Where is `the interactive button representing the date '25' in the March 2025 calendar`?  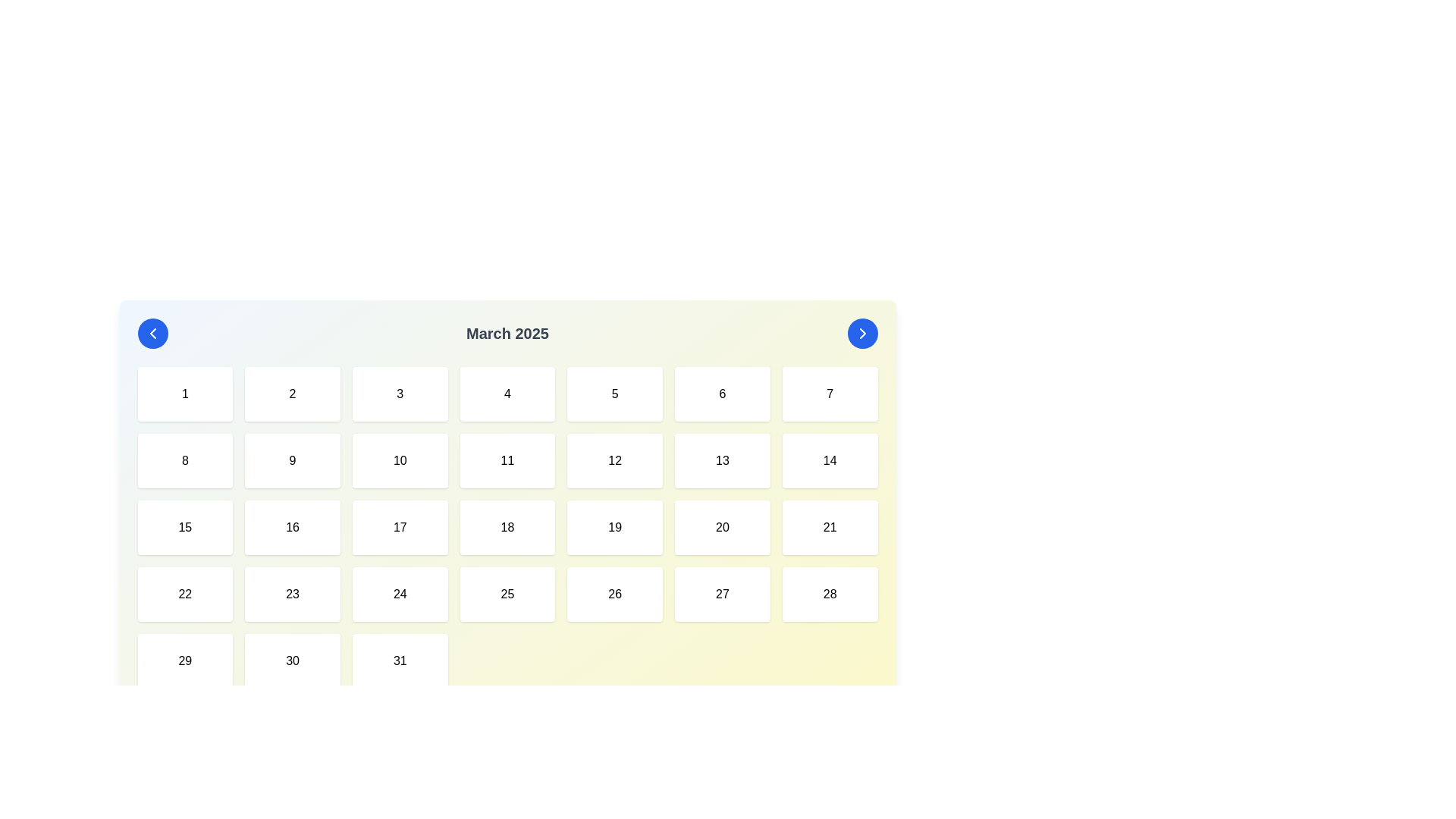
the interactive button representing the date '25' in the March 2025 calendar is located at coordinates (507, 593).